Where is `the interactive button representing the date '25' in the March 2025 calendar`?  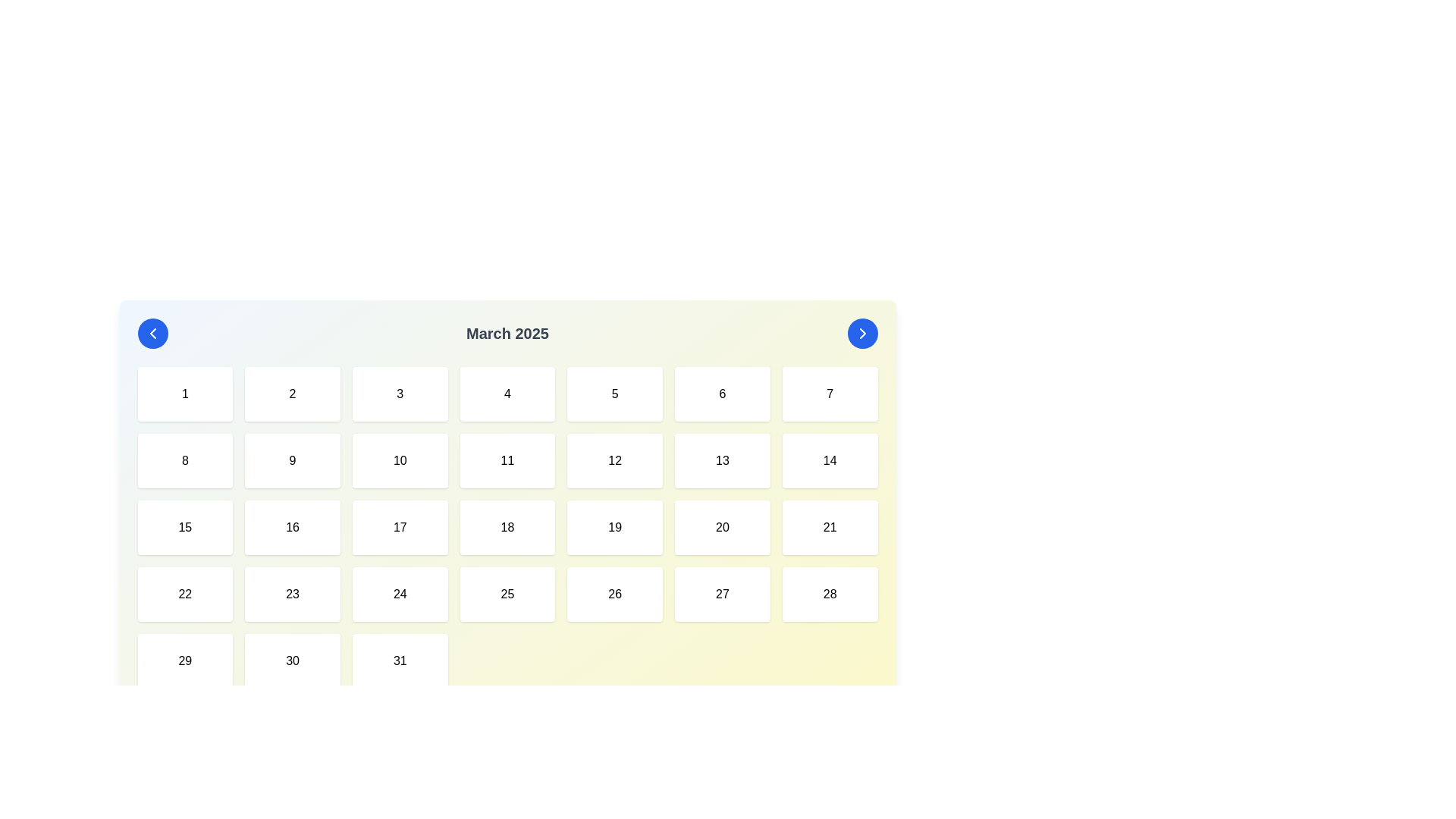
the interactive button representing the date '25' in the March 2025 calendar is located at coordinates (507, 593).